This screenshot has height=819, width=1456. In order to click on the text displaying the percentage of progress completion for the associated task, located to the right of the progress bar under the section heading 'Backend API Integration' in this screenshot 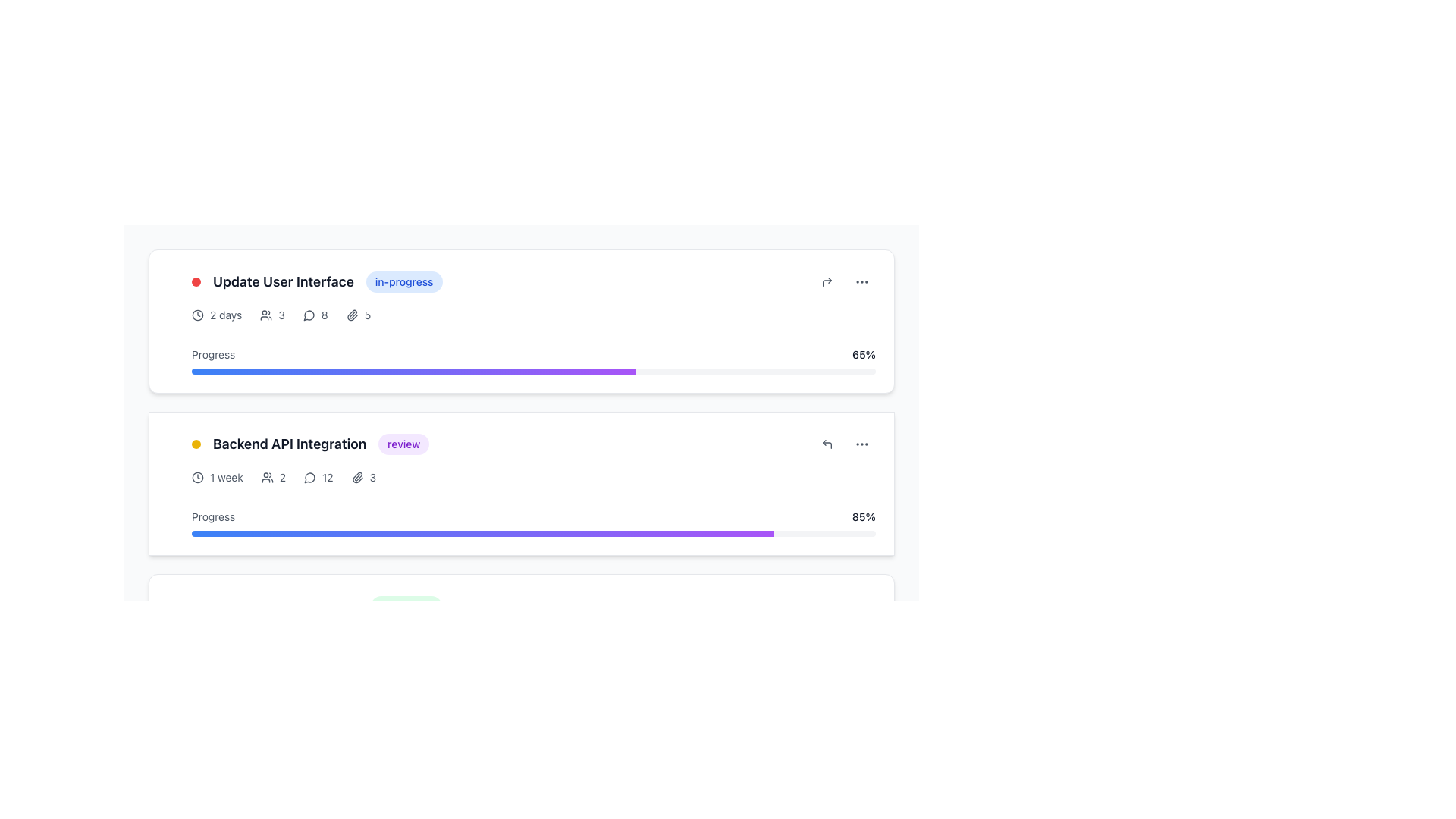, I will do `click(864, 516)`.